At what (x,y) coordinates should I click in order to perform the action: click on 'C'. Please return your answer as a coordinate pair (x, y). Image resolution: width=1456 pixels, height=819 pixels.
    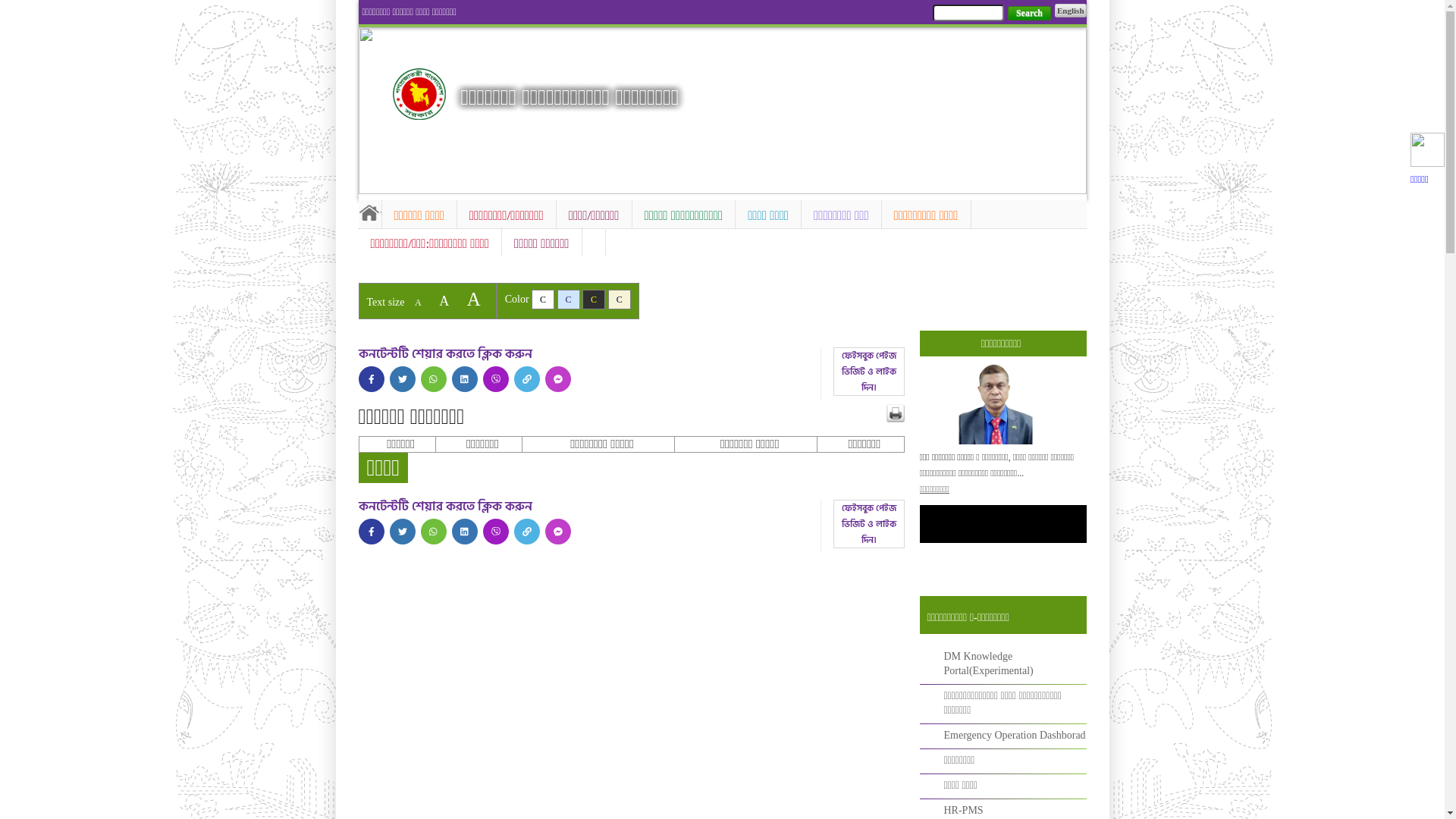
    Looking at the image, I should click on (592, 299).